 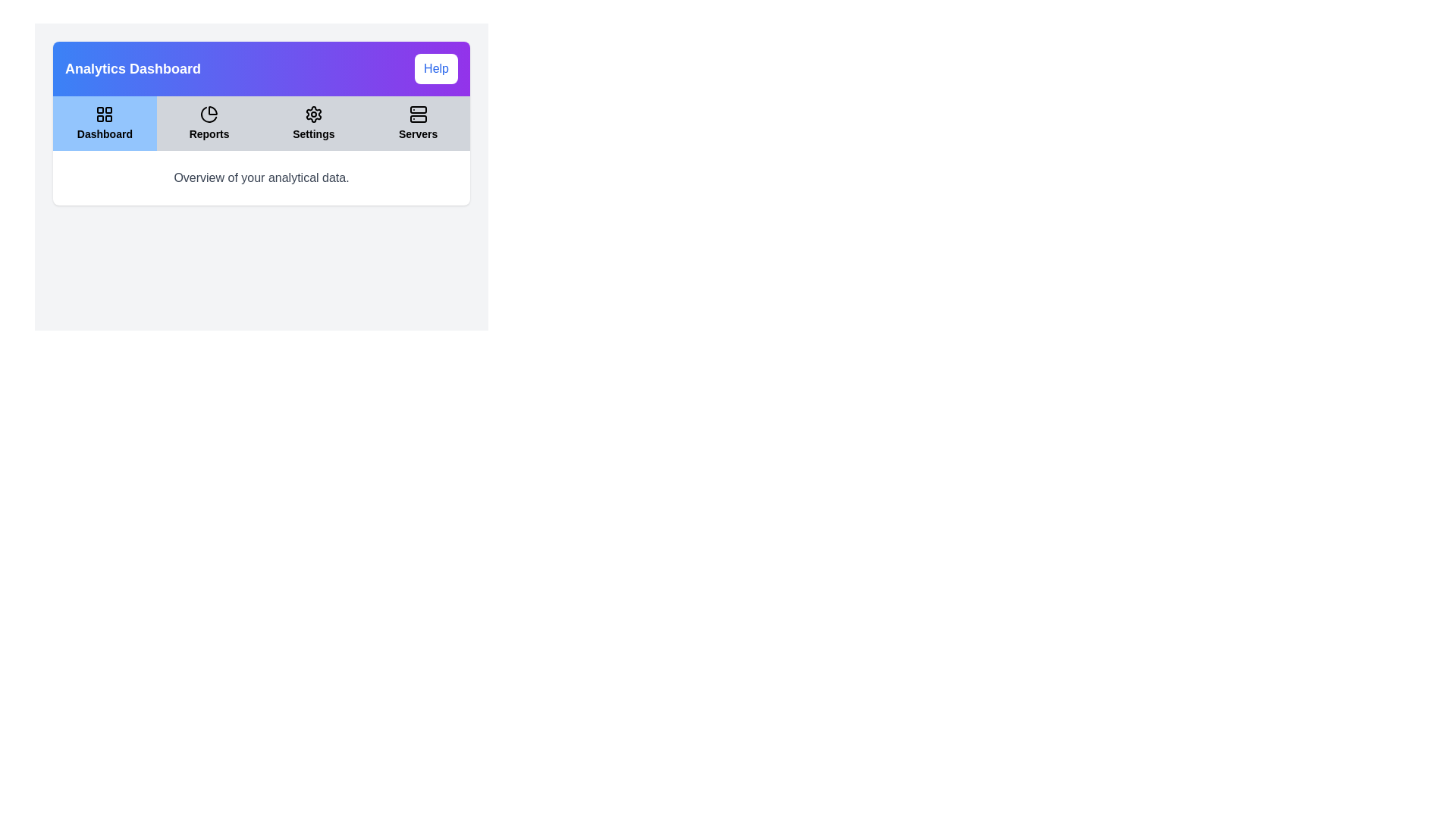 What do you see at coordinates (209, 113) in the screenshot?
I see `the pie chart icon in the upper navigation bar, which is the second icon from the left, adjacent to the 'Reports' label` at bounding box center [209, 113].